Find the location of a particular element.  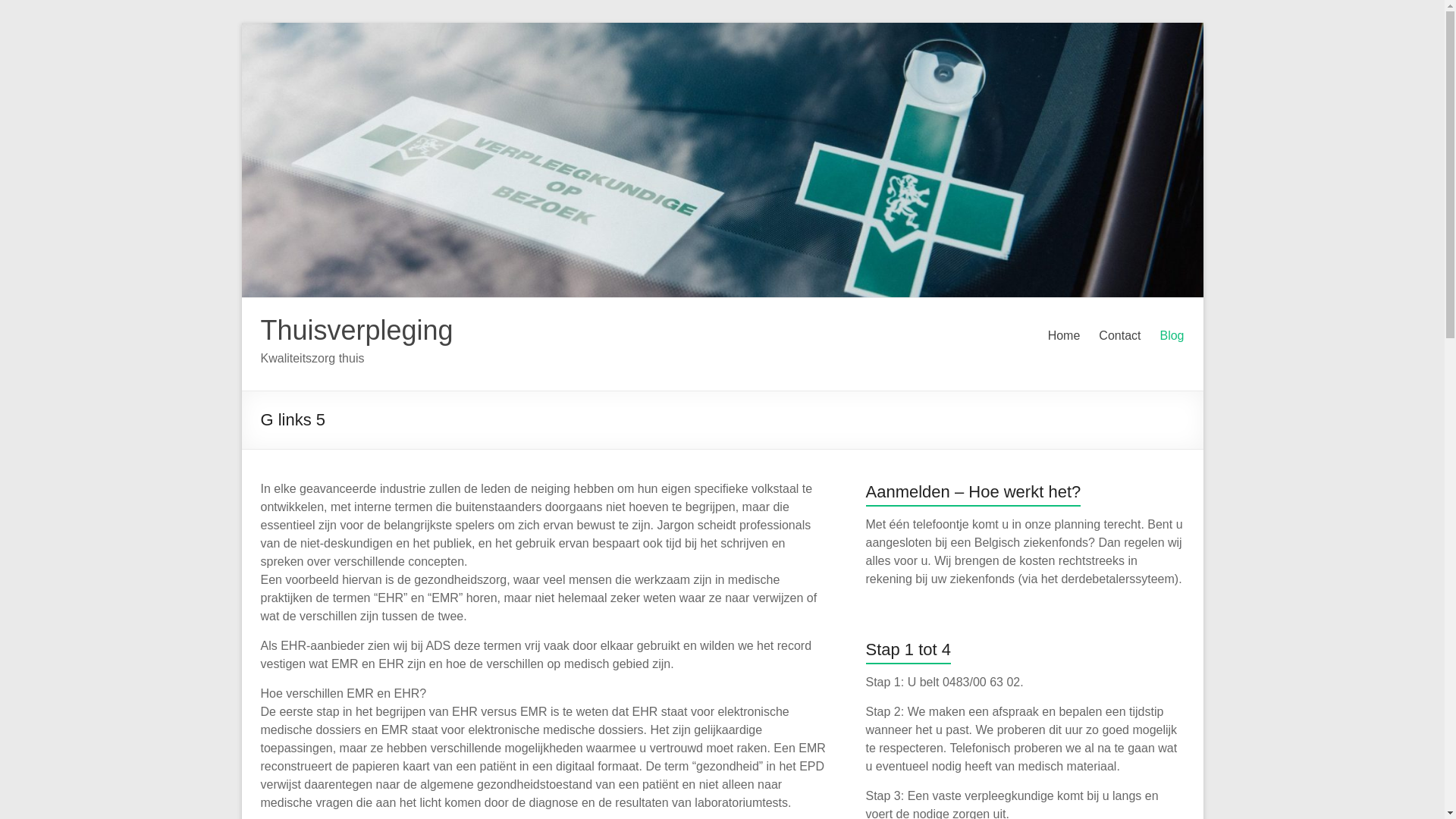

'Blog' is located at coordinates (1171, 335).